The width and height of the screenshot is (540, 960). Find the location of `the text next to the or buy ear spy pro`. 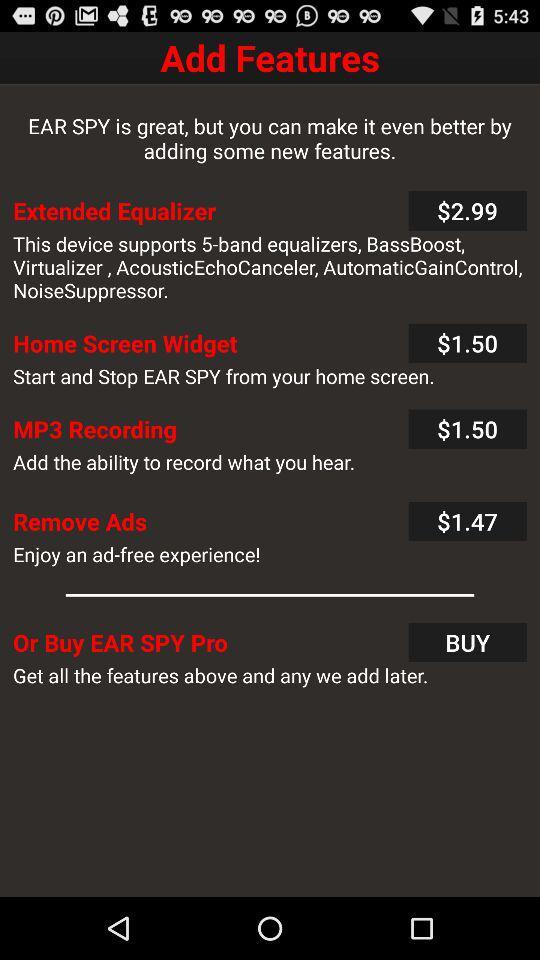

the text next to the or buy ear spy pro is located at coordinates (468, 641).